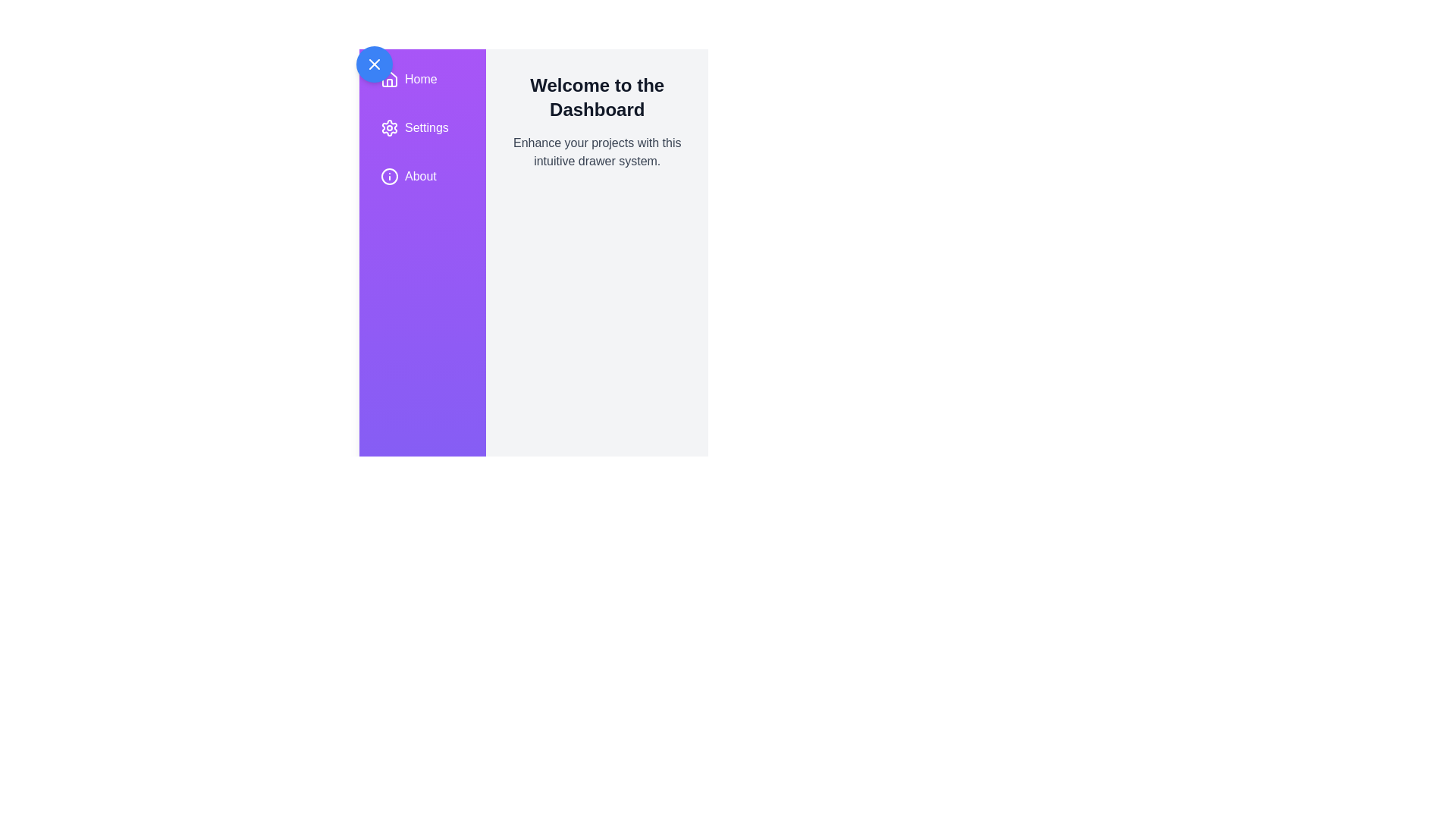  What do you see at coordinates (596, 97) in the screenshot?
I see `the header text 'Welcome to the Dashboard' to simulate interaction` at bounding box center [596, 97].